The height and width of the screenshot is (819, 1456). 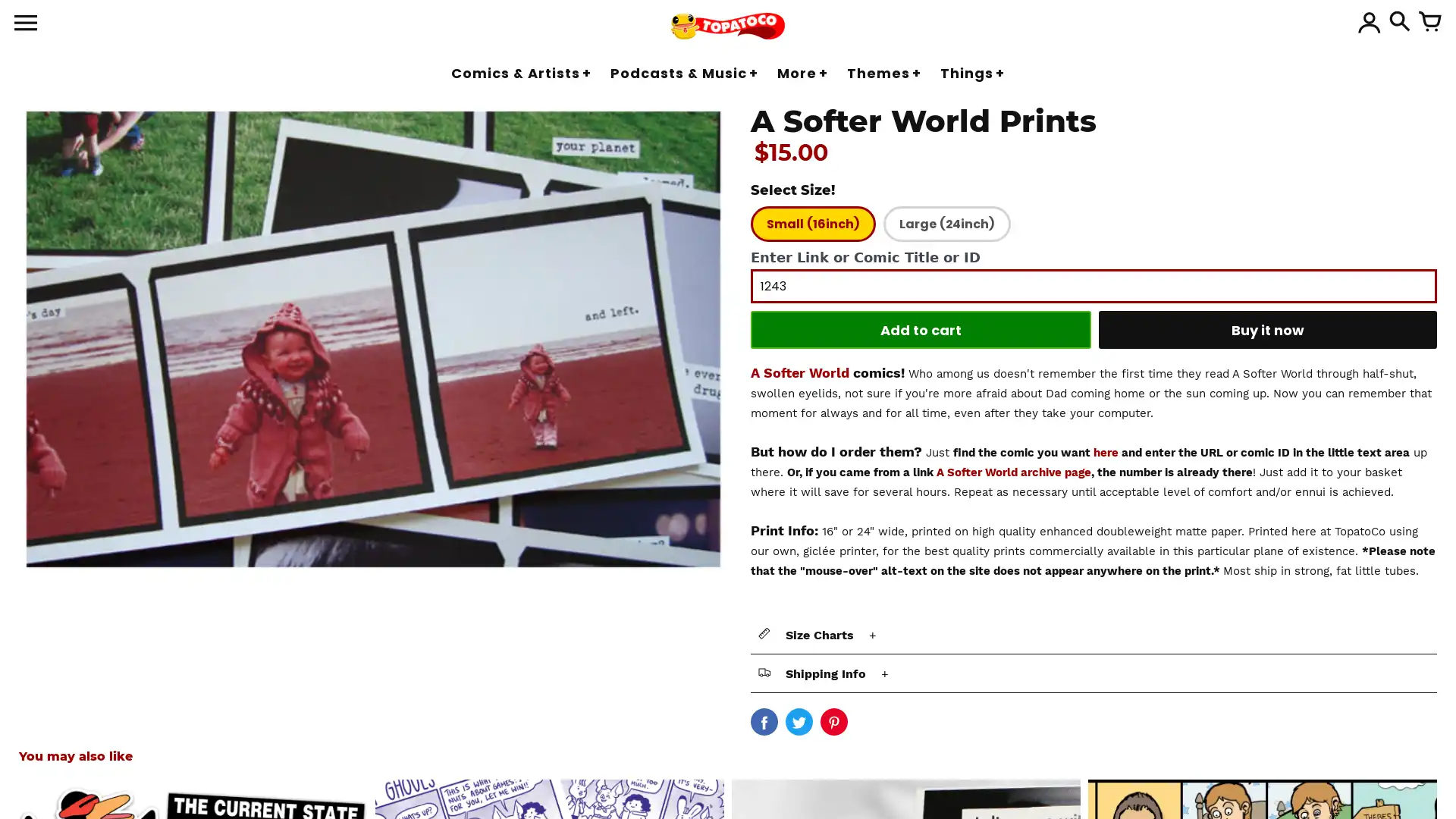 What do you see at coordinates (920, 329) in the screenshot?
I see `Add to cart` at bounding box center [920, 329].